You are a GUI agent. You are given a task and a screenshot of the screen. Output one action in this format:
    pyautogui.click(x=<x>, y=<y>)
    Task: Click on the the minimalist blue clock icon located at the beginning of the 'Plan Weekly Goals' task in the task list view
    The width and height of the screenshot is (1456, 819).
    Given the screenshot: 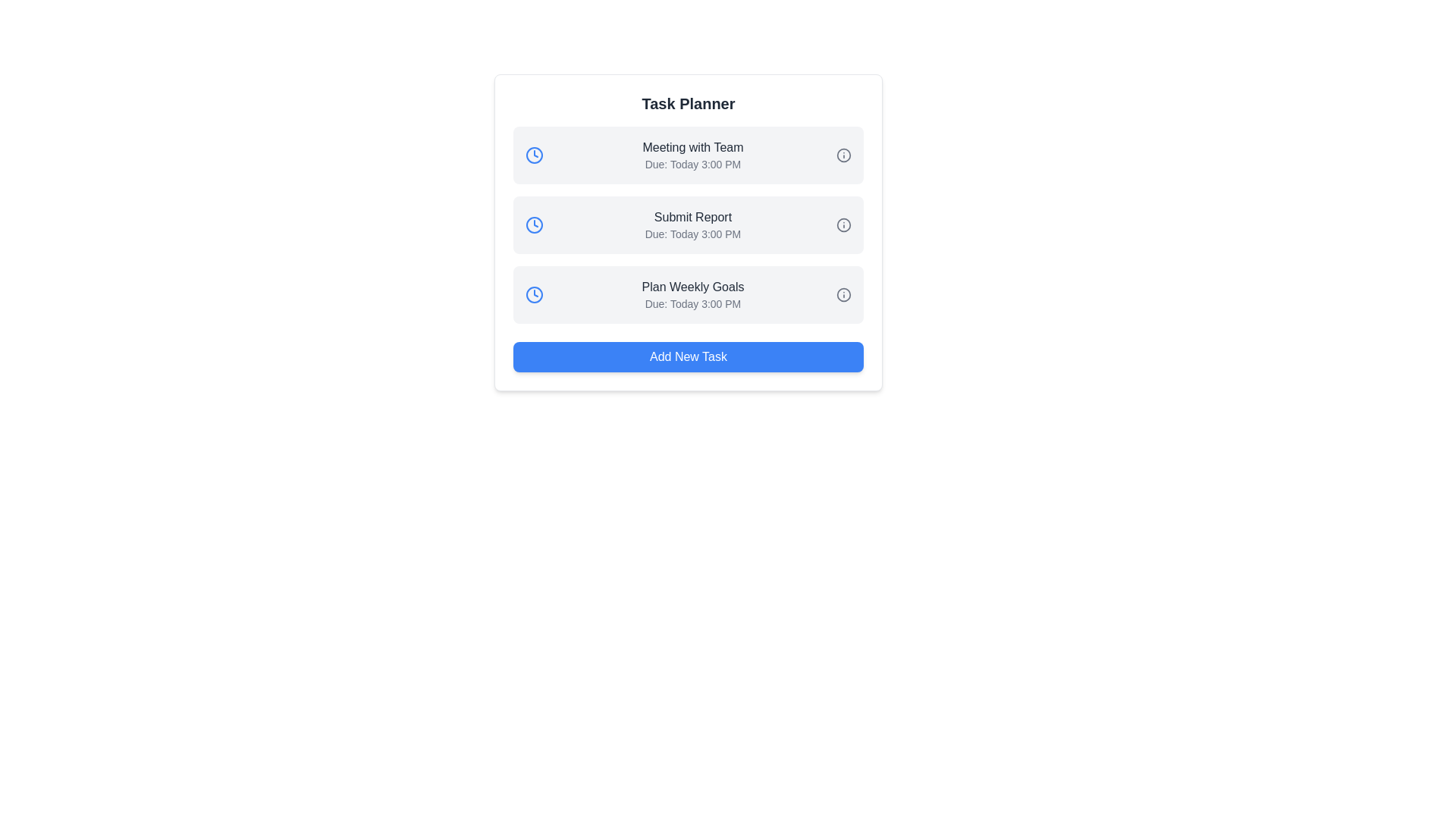 What is the action you would take?
    pyautogui.click(x=535, y=295)
    